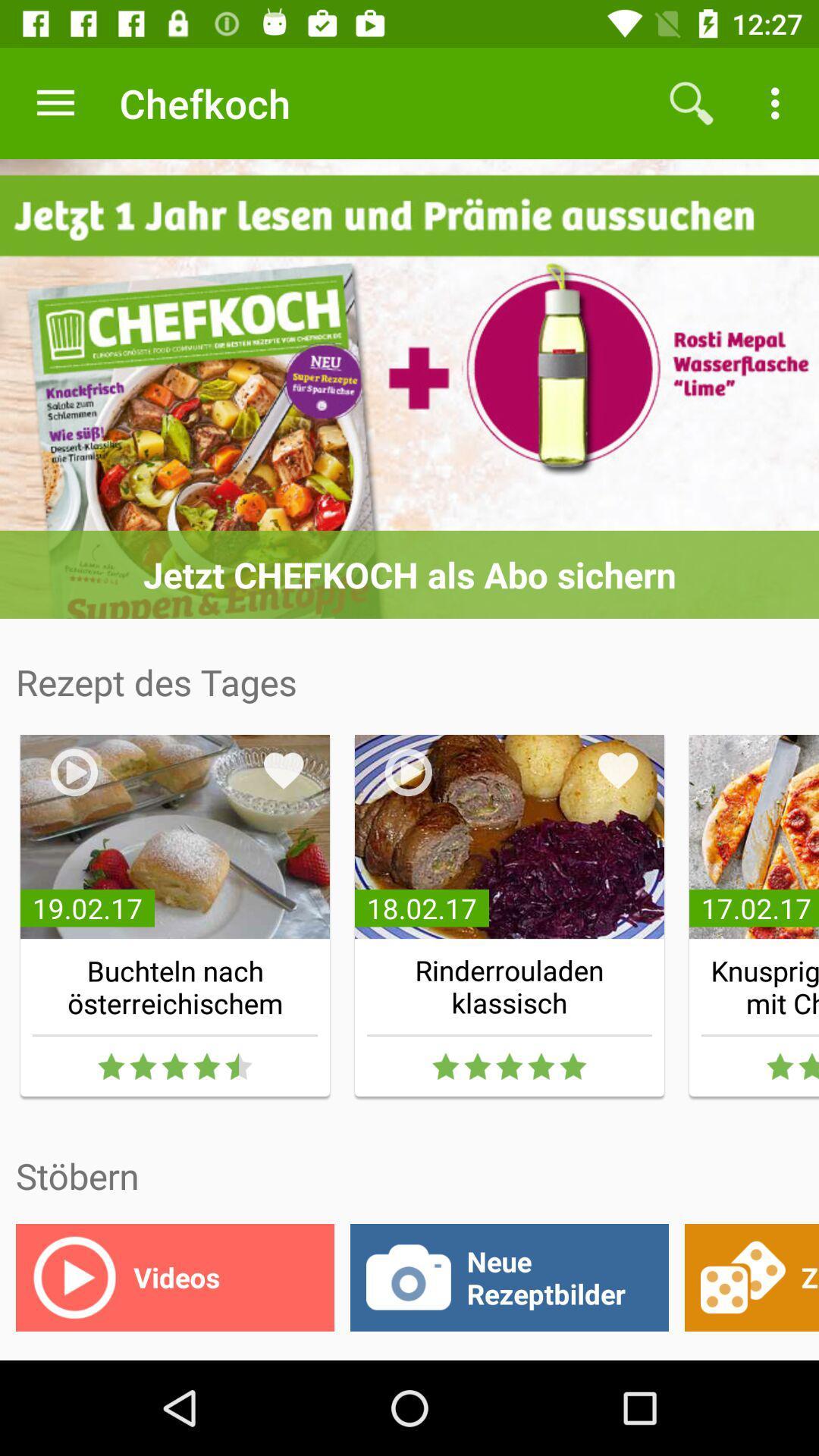 This screenshot has height=1456, width=819. I want to click on icon next to chefkoch item, so click(691, 102).